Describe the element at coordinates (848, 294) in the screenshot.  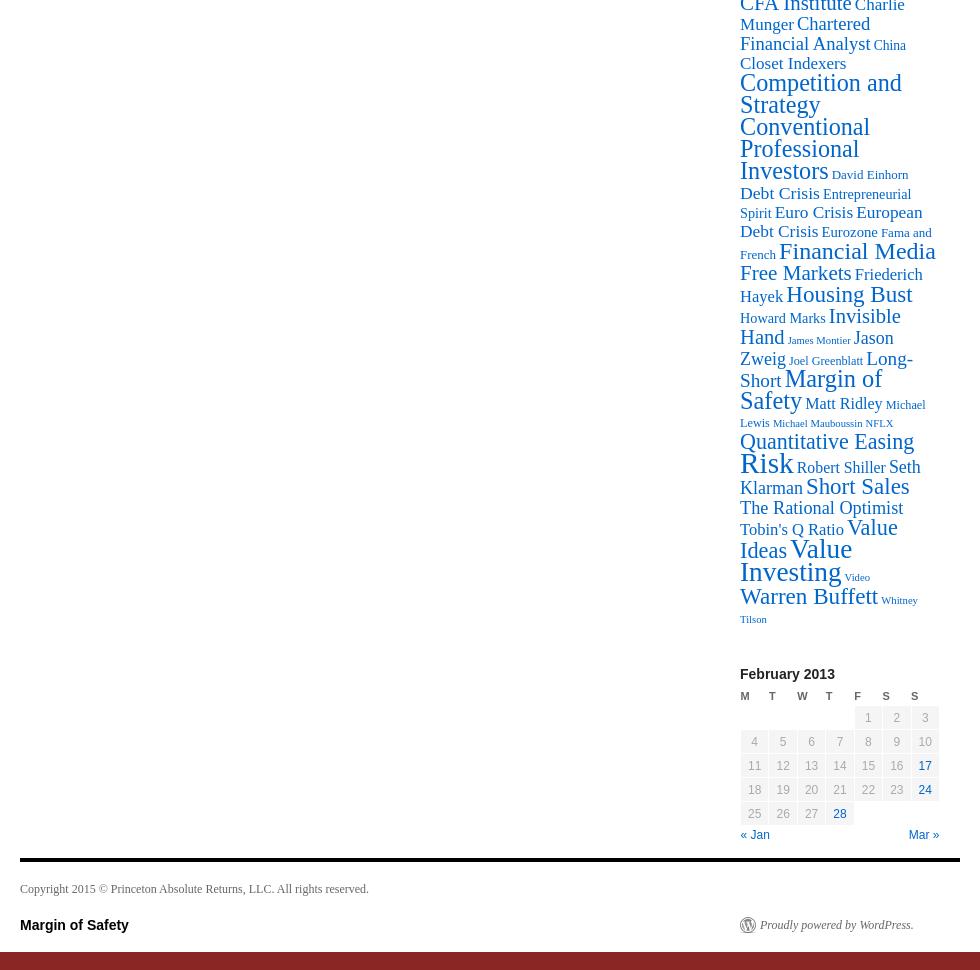
I see `'Housing Bust'` at that location.